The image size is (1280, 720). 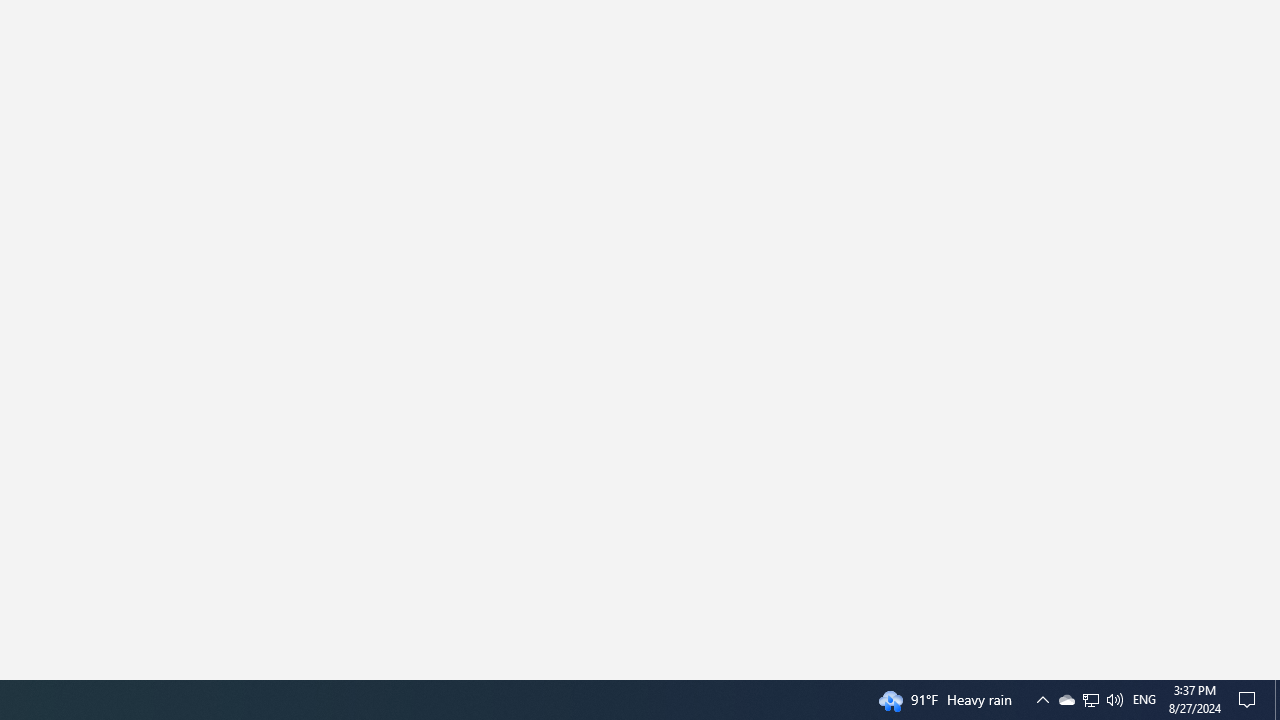 I want to click on 'Vertical Small Increase', so click(x=1271, y=672).